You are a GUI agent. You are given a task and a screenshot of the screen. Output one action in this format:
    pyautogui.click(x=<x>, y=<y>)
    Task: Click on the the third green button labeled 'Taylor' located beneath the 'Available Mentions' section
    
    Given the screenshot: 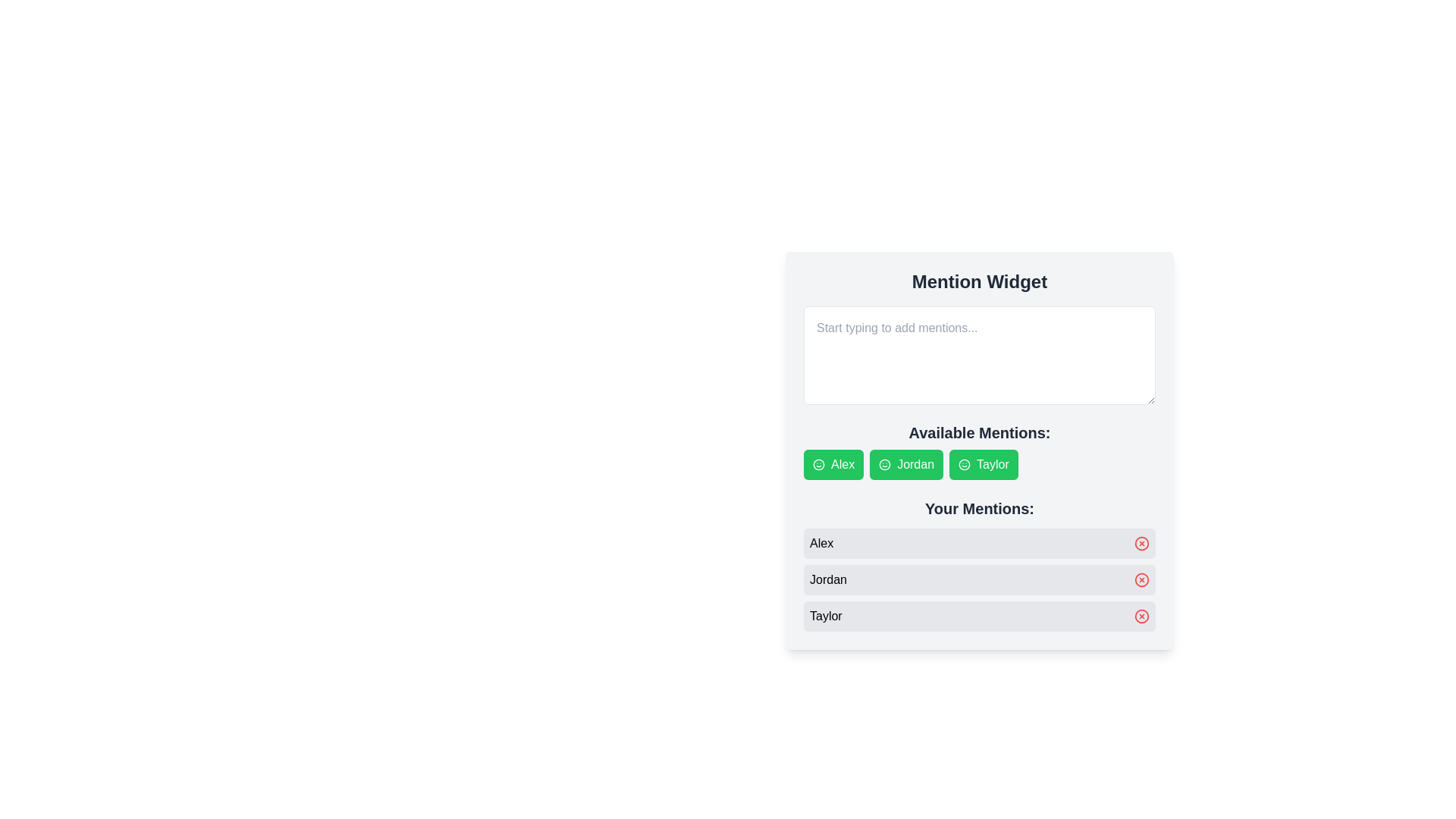 What is the action you would take?
    pyautogui.click(x=979, y=450)
    